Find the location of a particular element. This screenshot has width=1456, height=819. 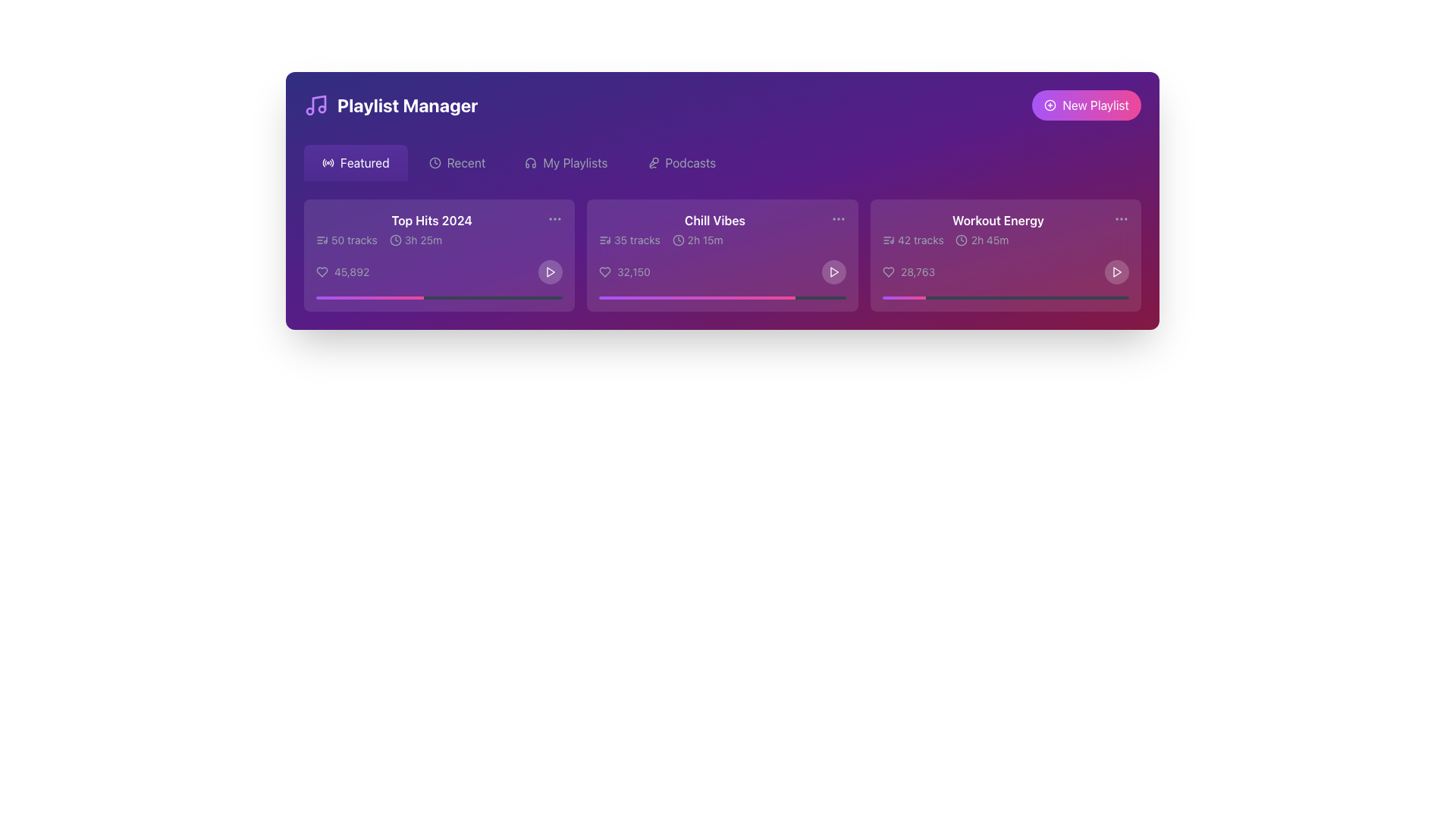

the text and icons displaying '35 tracks' and '2h 15m' in the second card of the playlist summary row under the title 'Chill Vibes' is located at coordinates (714, 239).